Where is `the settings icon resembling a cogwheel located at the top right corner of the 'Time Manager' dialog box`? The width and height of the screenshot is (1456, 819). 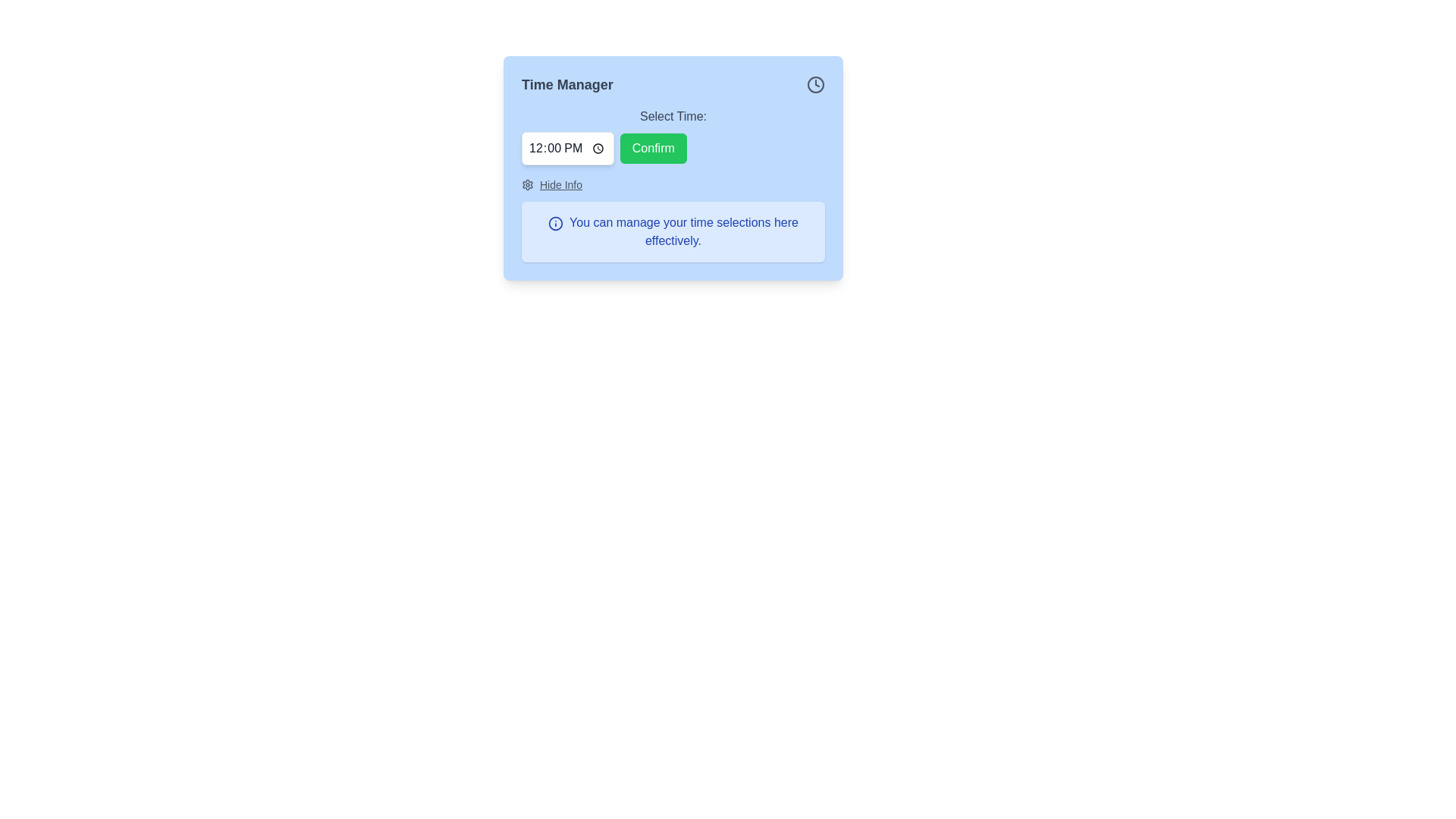 the settings icon resembling a cogwheel located at the top right corner of the 'Time Manager' dialog box is located at coordinates (528, 184).